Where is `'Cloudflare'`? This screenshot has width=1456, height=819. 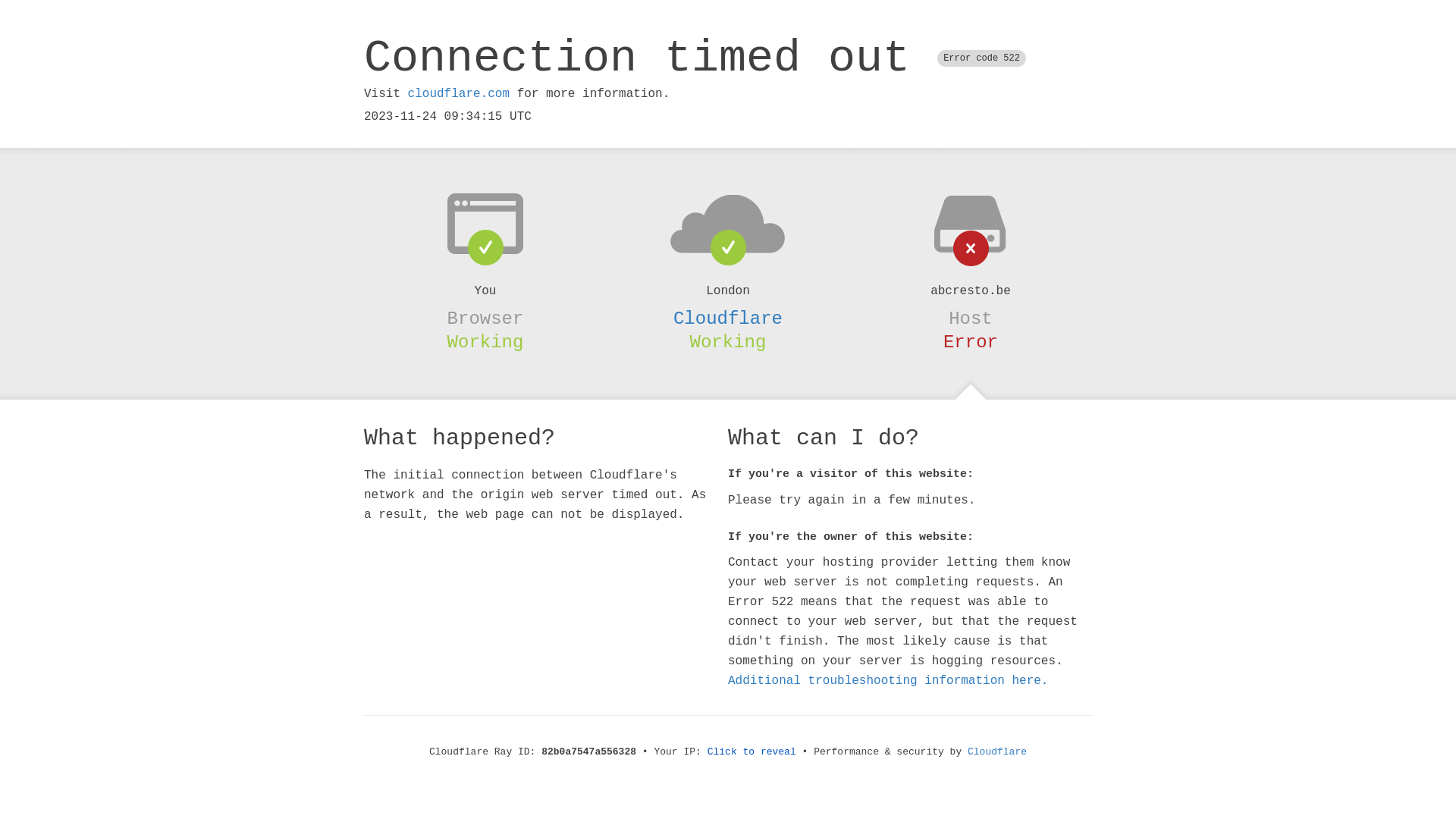
'Cloudflare' is located at coordinates (728, 318).